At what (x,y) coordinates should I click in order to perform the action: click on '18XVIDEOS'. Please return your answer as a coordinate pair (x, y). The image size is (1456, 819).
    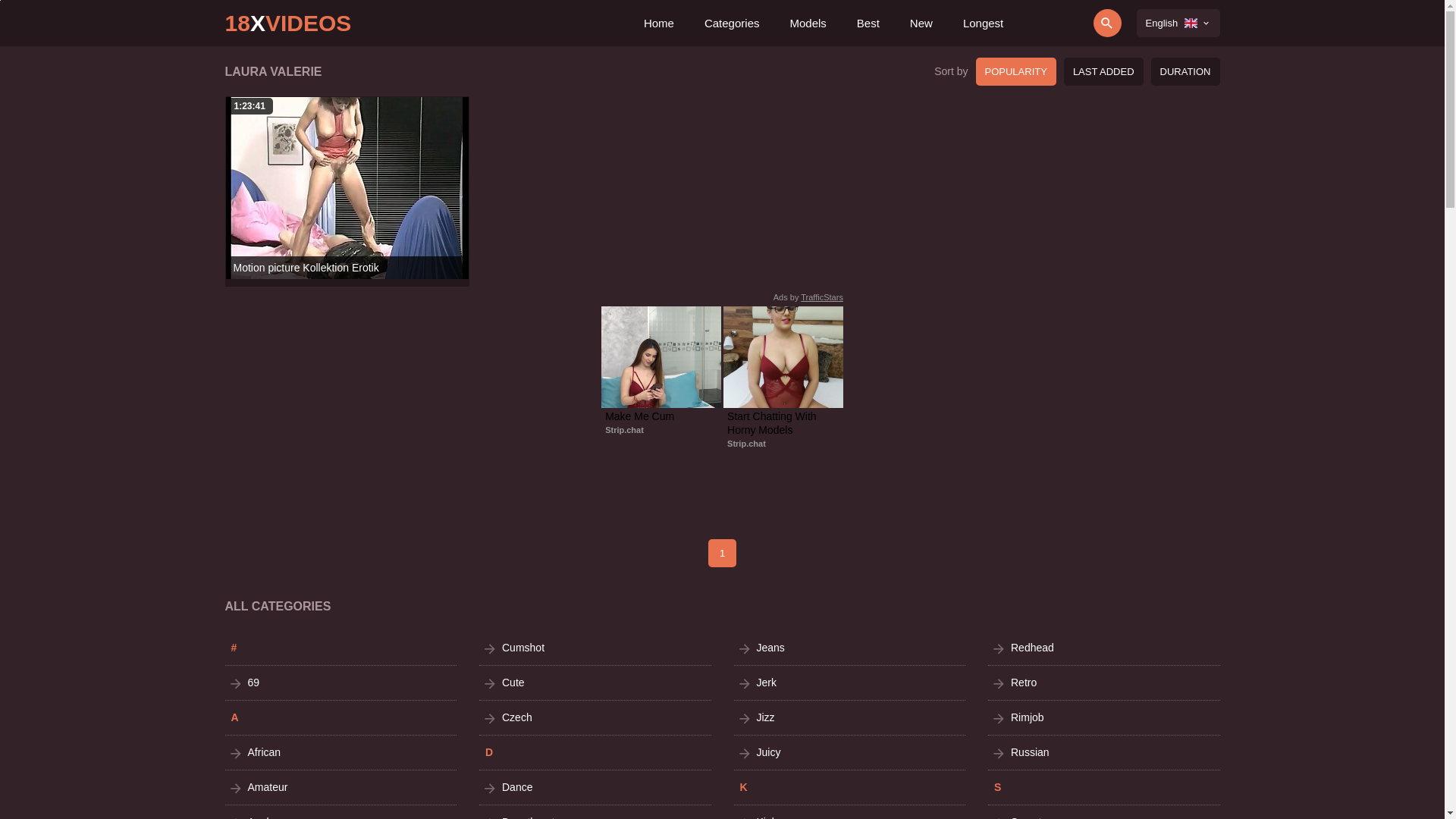
    Looking at the image, I should click on (224, 23).